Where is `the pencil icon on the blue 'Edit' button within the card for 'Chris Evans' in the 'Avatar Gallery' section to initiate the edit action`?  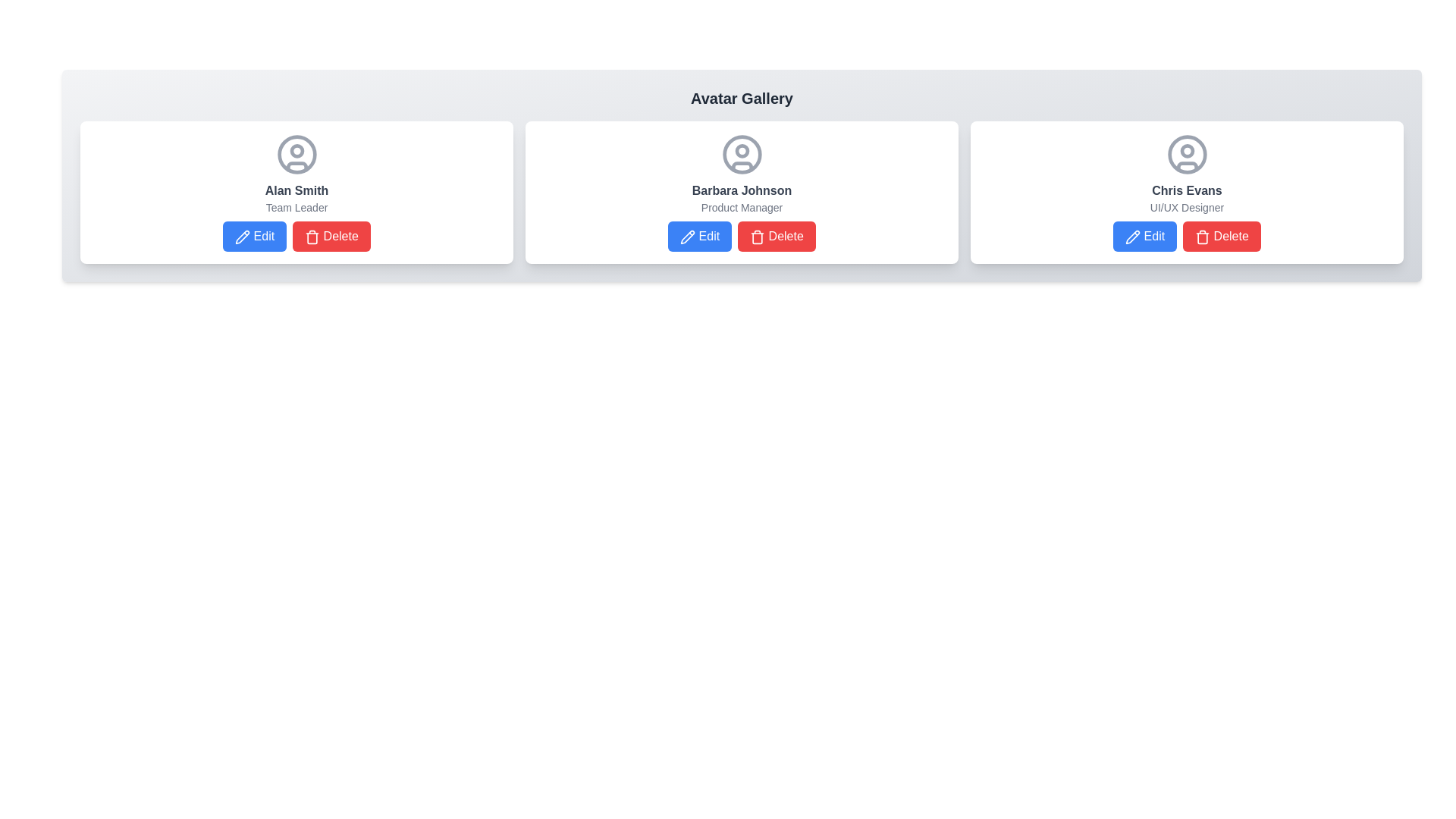
the pencil icon on the blue 'Edit' button within the card for 'Chris Evans' in the 'Avatar Gallery' section to initiate the edit action is located at coordinates (1133, 237).